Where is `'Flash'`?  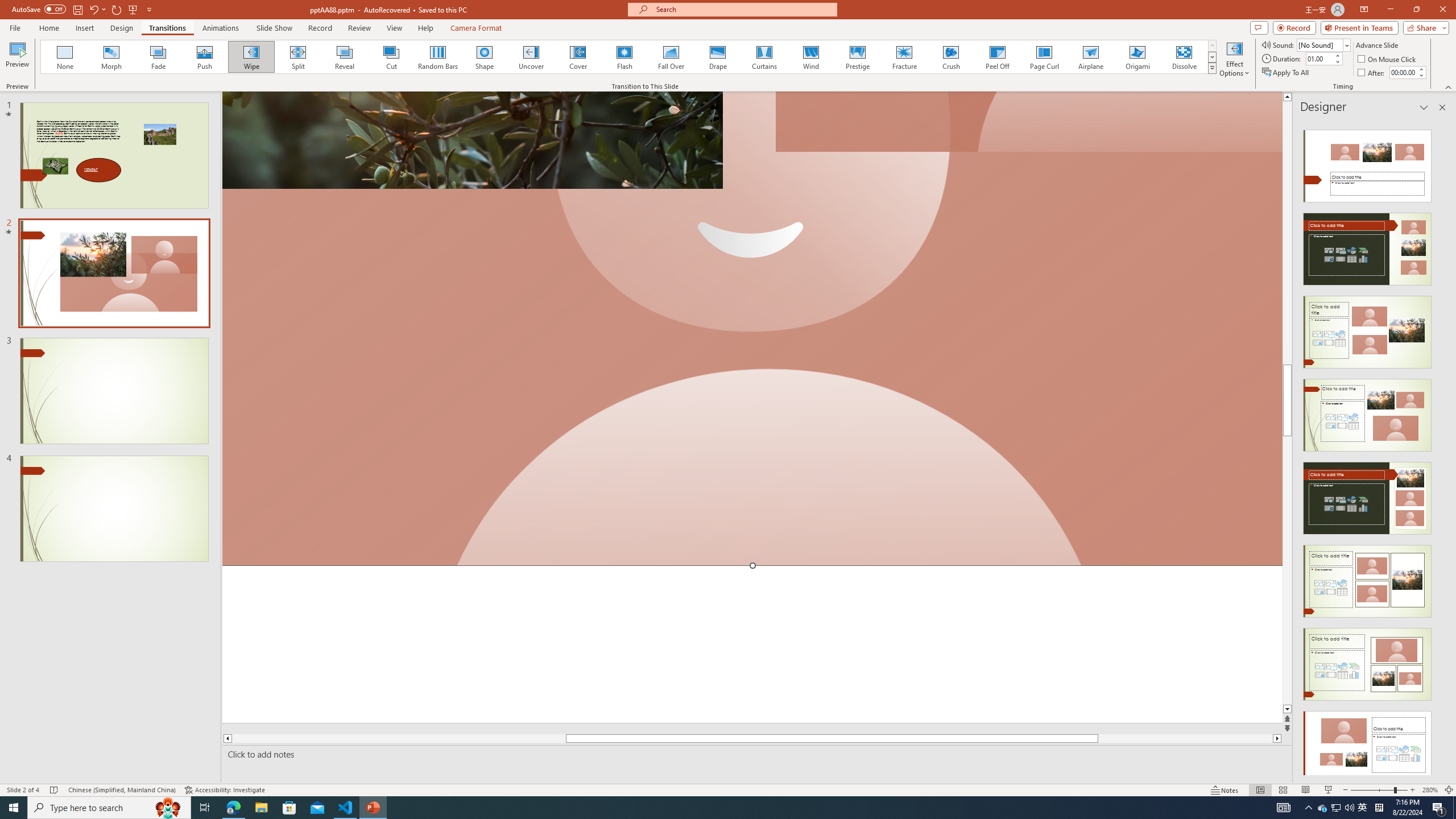 'Flash' is located at coordinates (624, 56).